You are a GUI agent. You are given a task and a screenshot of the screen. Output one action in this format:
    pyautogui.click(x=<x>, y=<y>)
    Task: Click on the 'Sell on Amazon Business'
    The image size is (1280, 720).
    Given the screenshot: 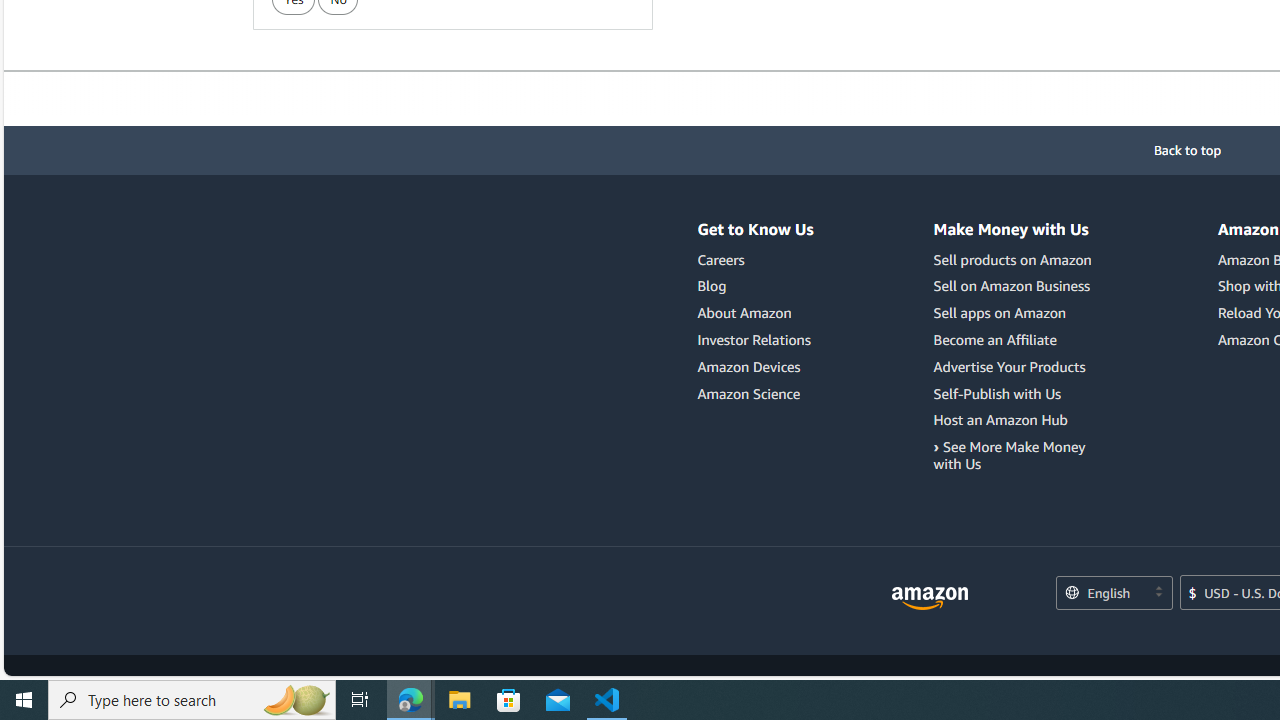 What is the action you would take?
    pyautogui.click(x=1011, y=286)
    